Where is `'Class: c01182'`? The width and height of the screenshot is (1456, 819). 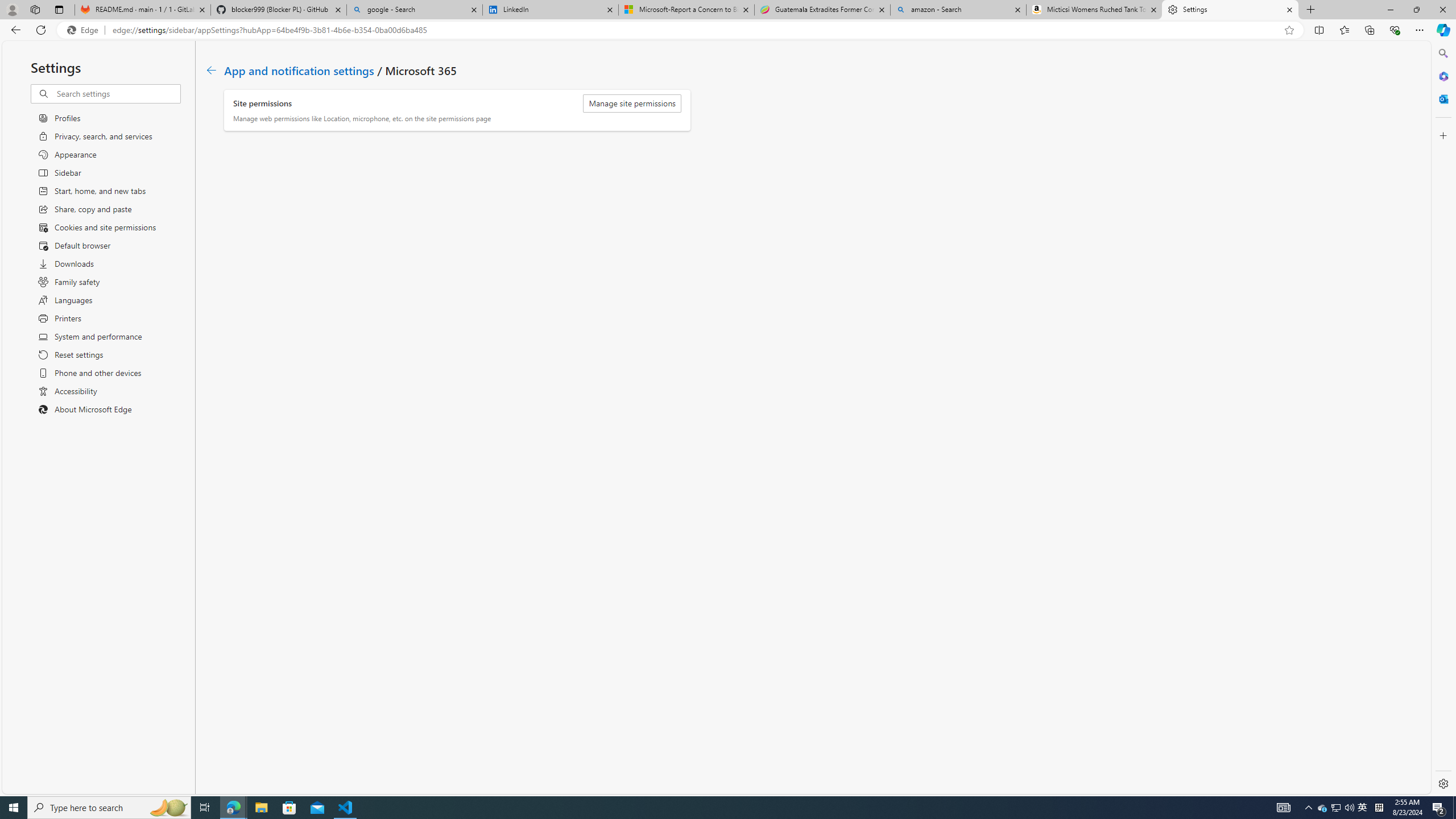 'Class: c01182' is located at coordinates (210, 69).